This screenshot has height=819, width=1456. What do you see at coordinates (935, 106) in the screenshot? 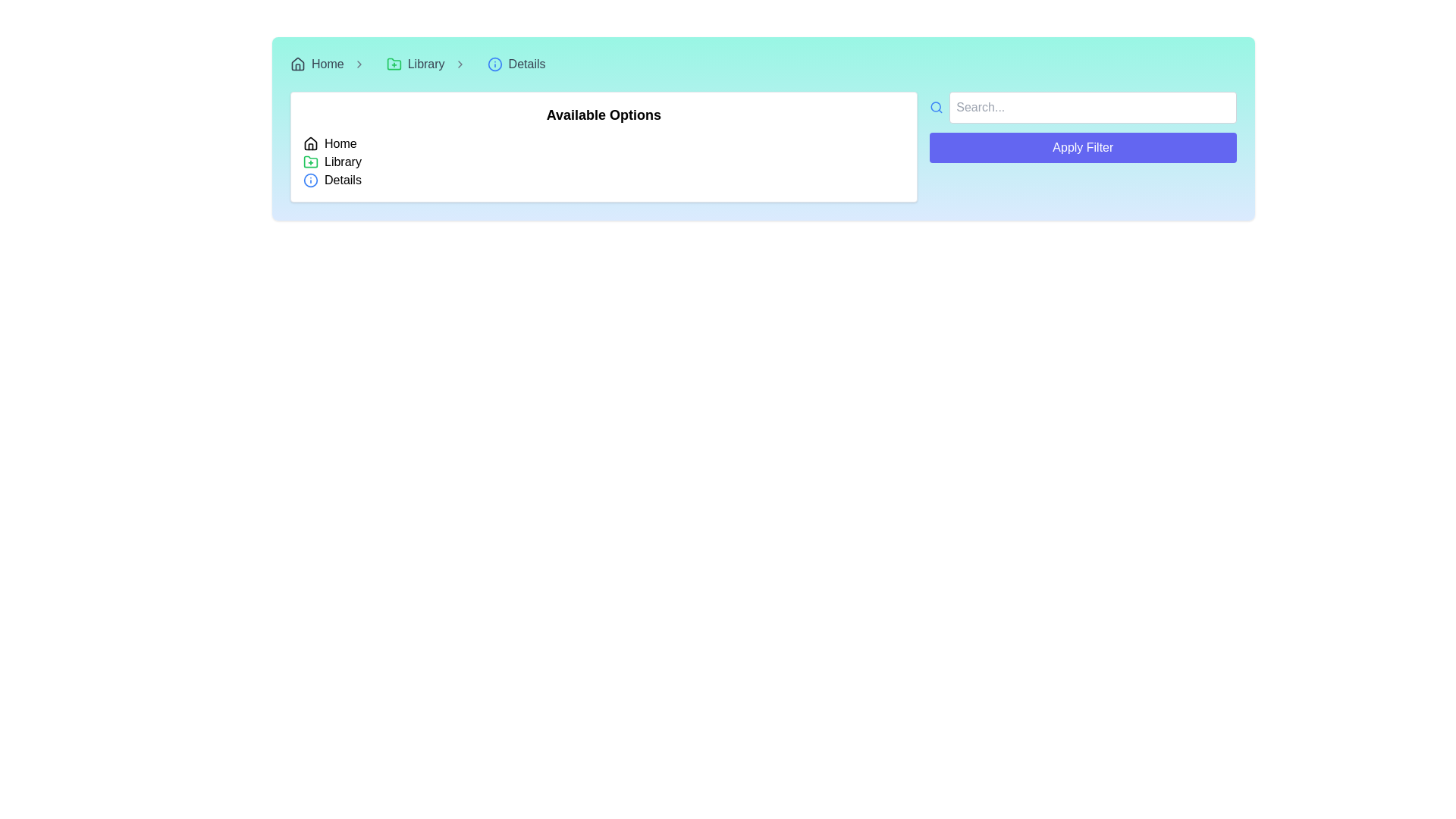
I see `the blue circular decorative element of the magnifying glass icon, which is positioned centrally within the icon` at bounding box center [935, 106].